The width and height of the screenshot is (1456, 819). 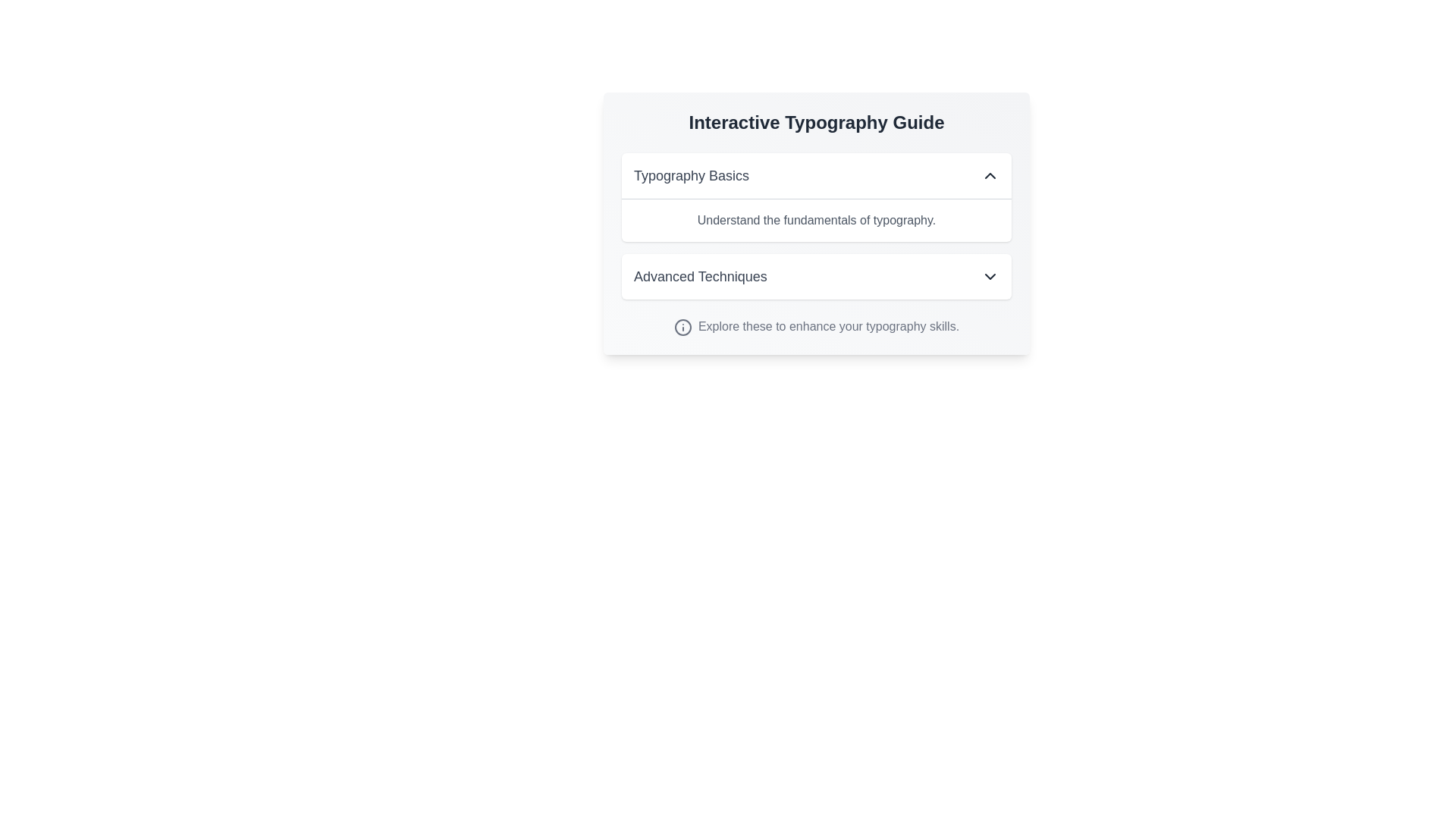 What do you see at coordinates (699, 277) in the screenshot?
I see `the text label or heading located in the middle section of the interface` at bounding box center [699, 277].